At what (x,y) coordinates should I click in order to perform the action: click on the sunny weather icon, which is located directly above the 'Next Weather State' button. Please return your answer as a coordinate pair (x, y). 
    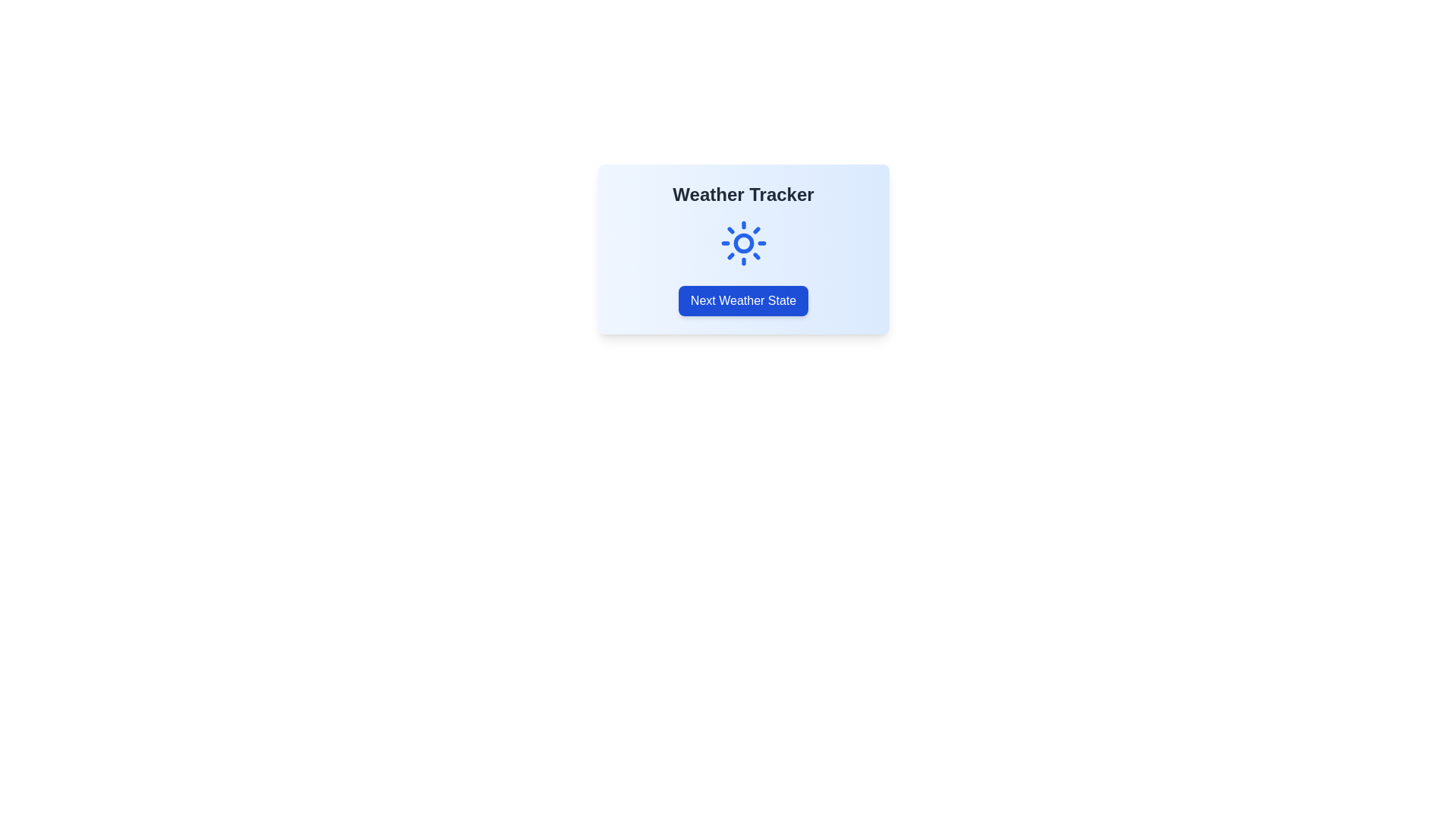
    Looking at the image, I should click on (743, 242).